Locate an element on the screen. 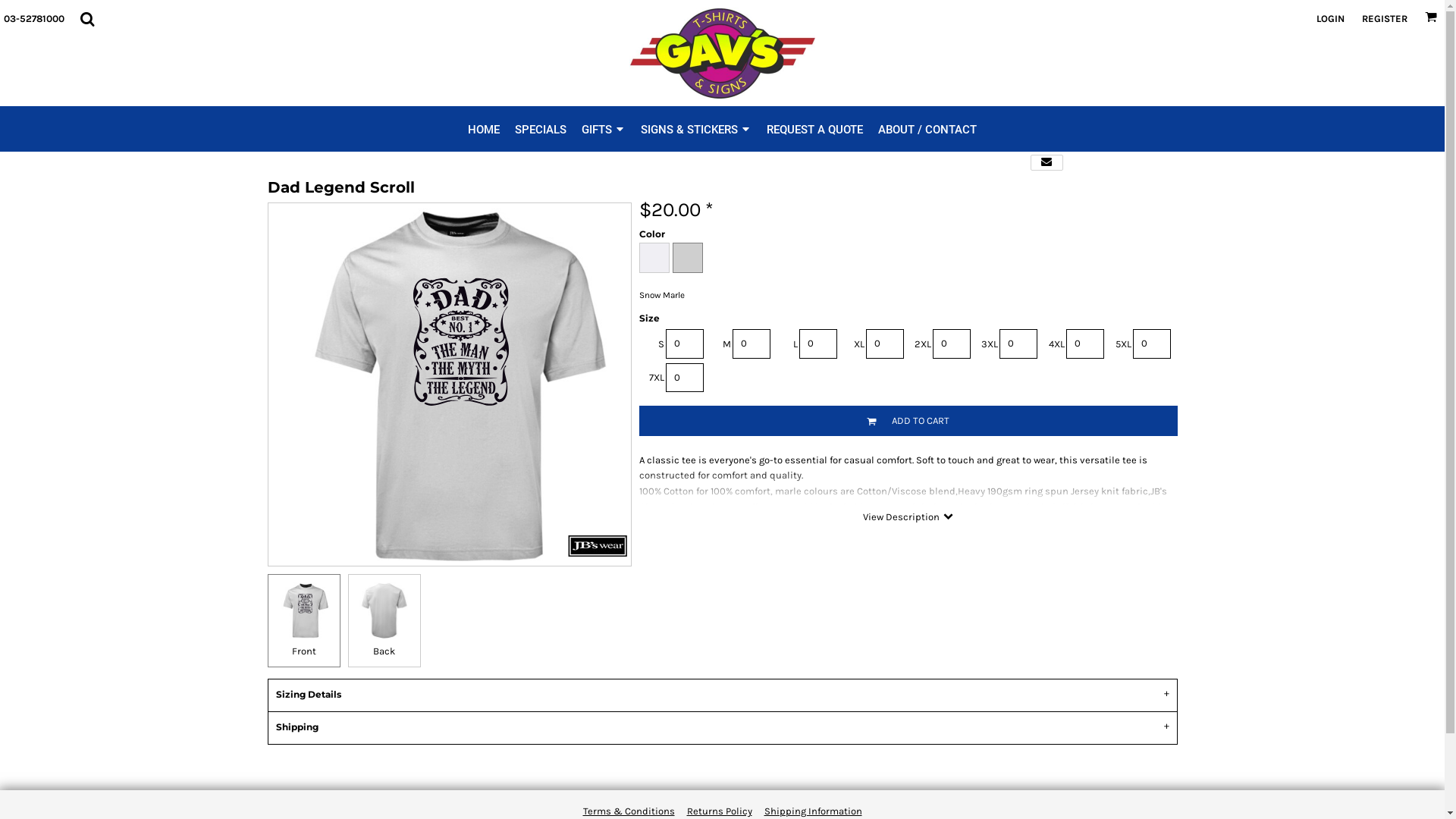  'Snow Marle' is located at coordinates (686, 256).